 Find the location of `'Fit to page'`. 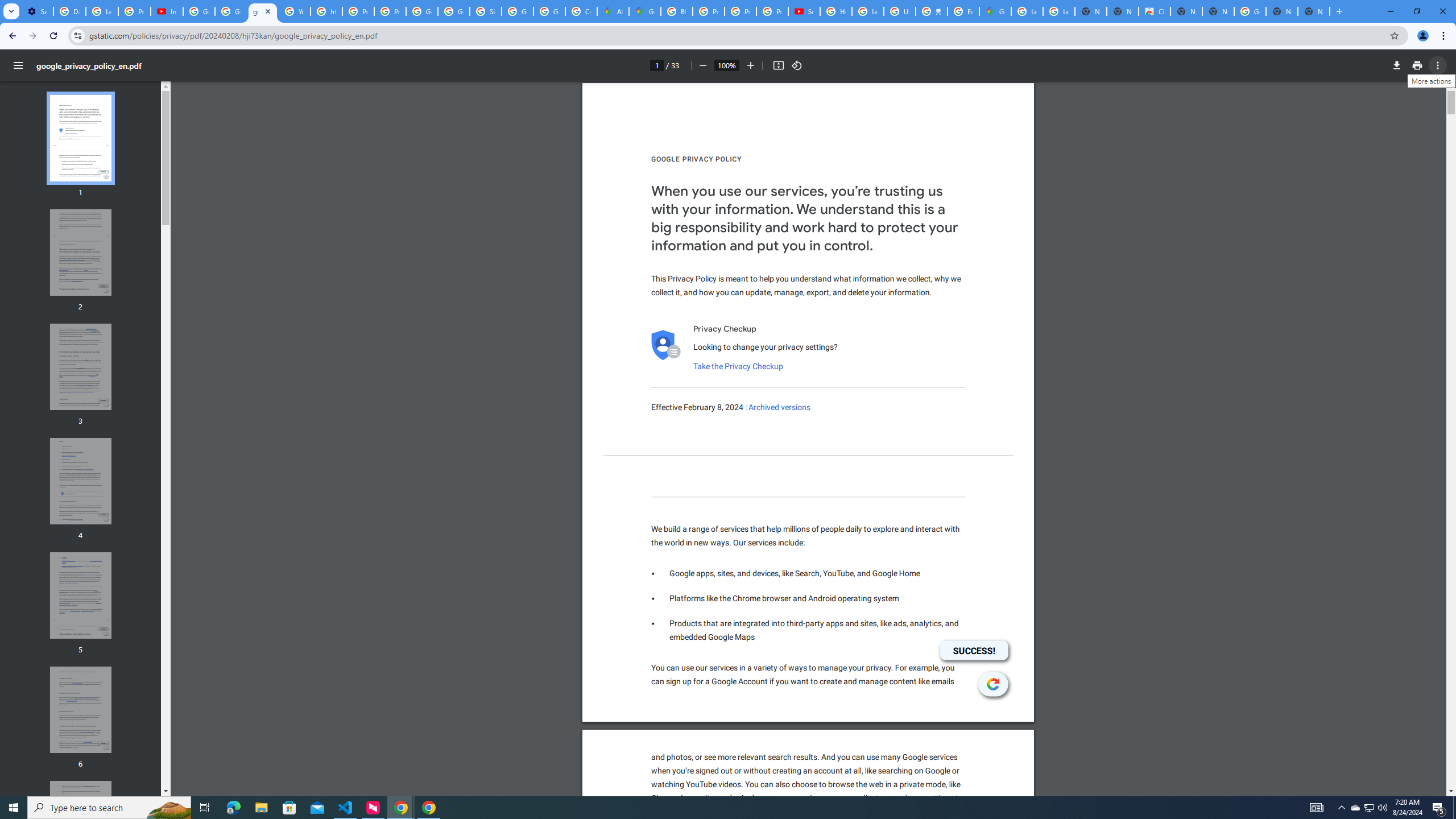

'Fit to page' is located at coordinates (777, 65).